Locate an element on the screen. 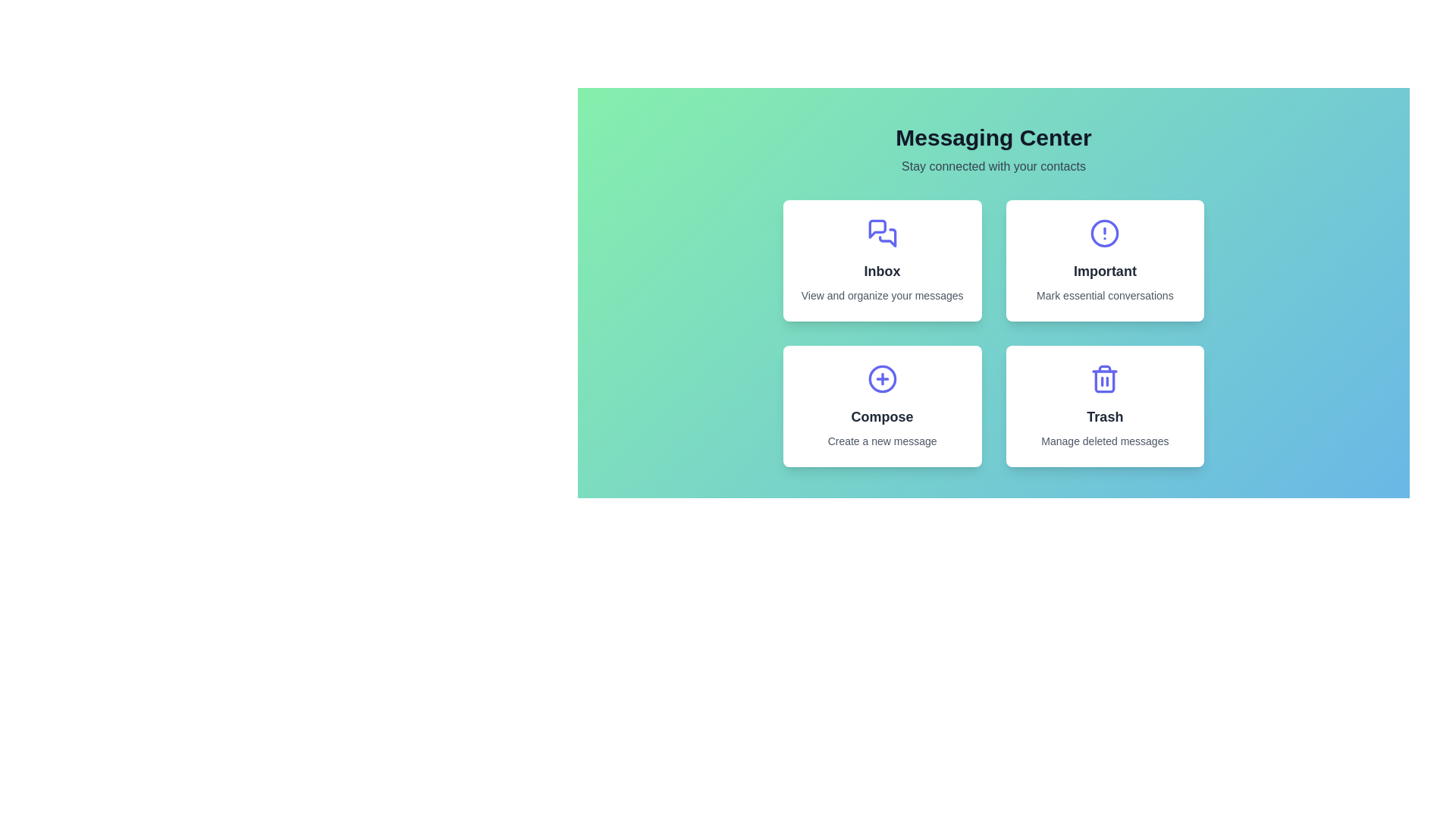  the circular outline in the 'Important' section of the SVG vector graphic, which serves as a prominent visual feature of the icon is located at coordinates (1105, 234).